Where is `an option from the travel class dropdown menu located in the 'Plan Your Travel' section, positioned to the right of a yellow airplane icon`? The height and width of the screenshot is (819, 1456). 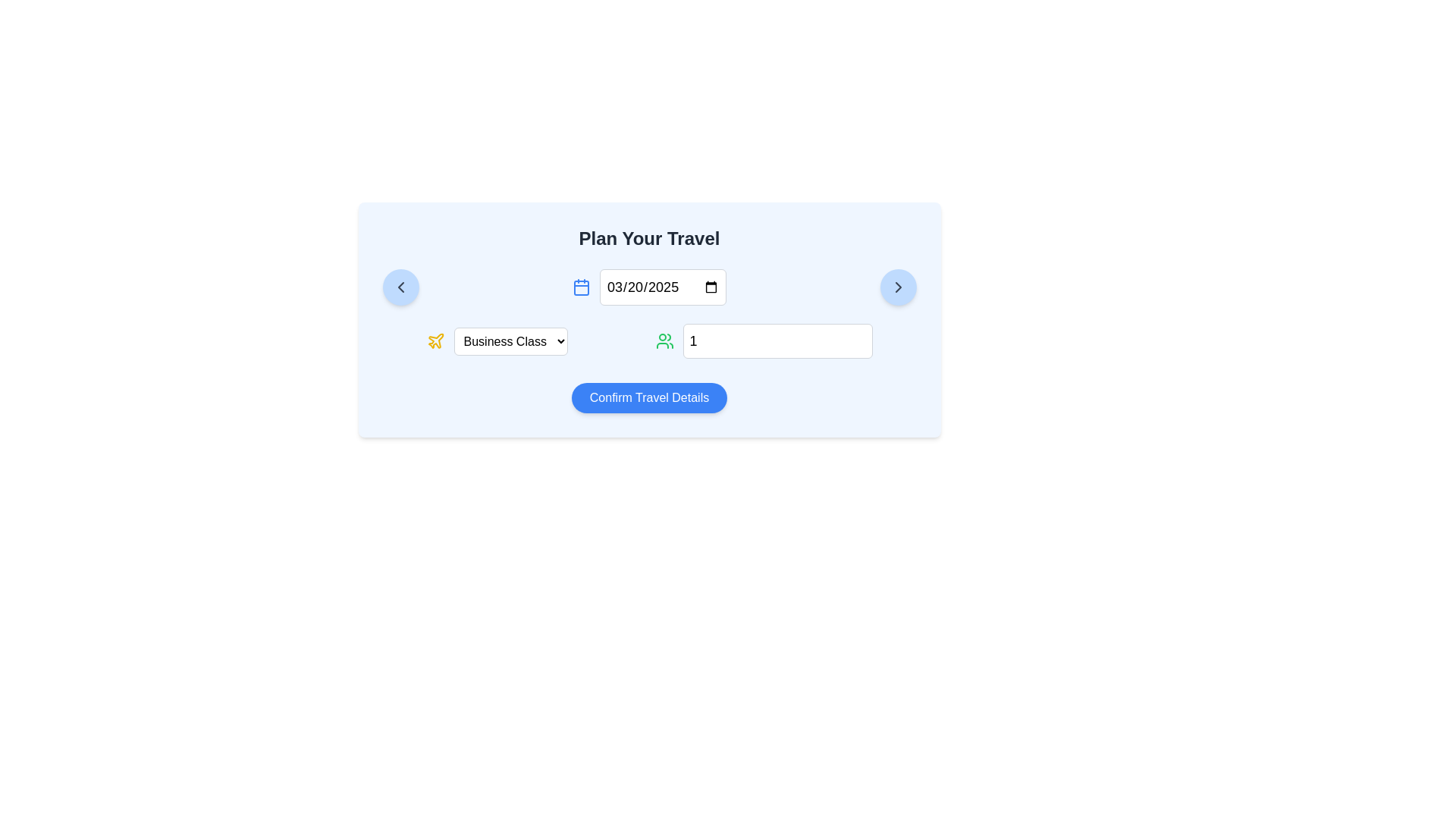 an option from the travel class dropdown menu located in the 'Plan Your Travel' section, positioned to the right of a yellow airplane icon is located at coordinates (510, 341).